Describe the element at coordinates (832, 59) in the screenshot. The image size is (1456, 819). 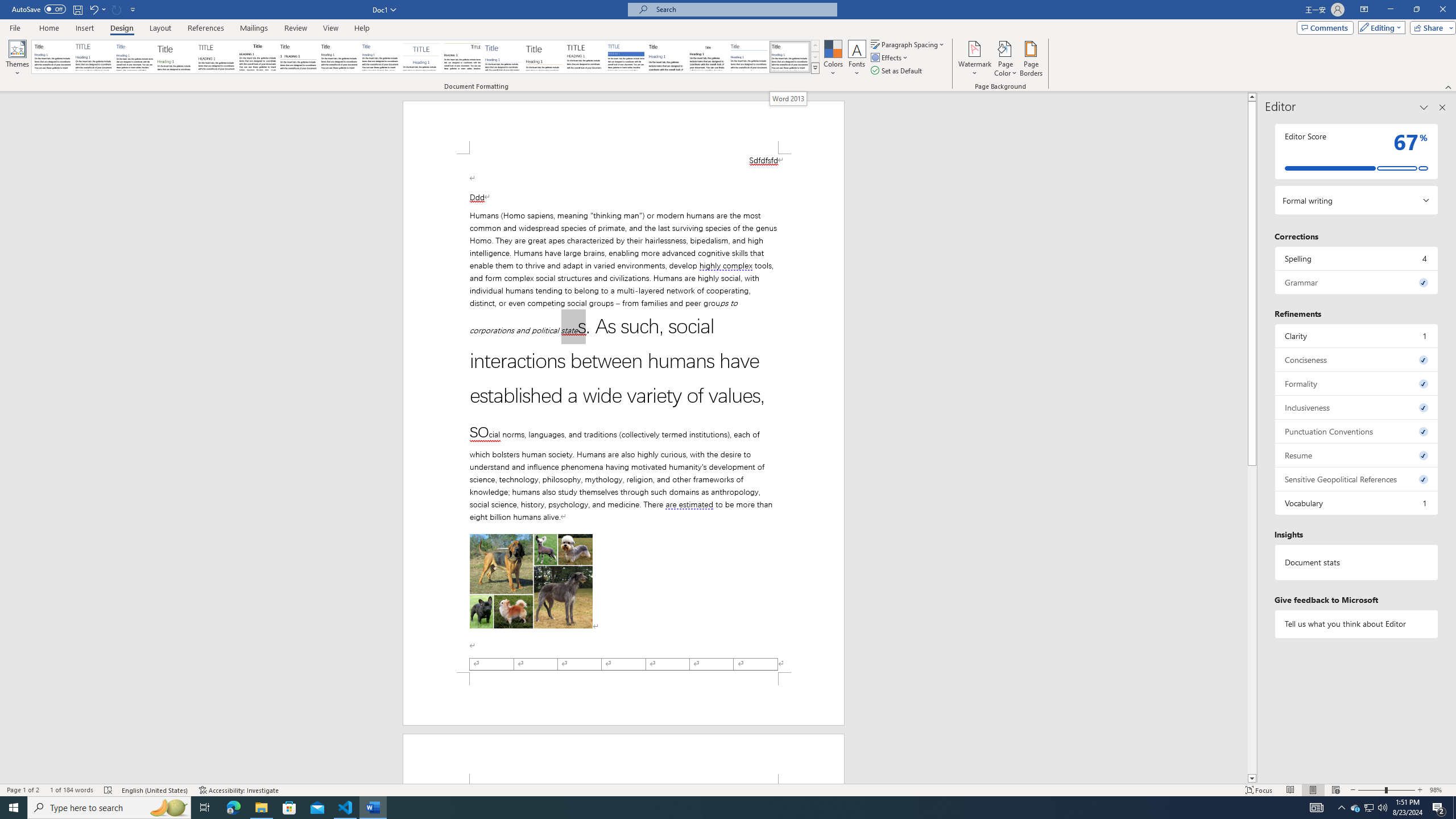
I see `'Colors'` at that location.